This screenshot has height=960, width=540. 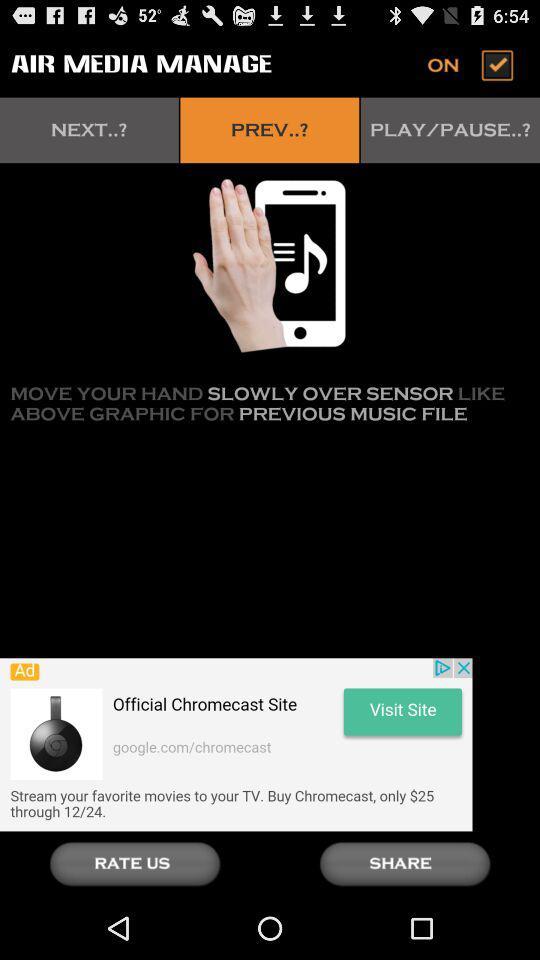 What do you see at coordinates (472, 64) in the screenshot?
I see `switch on or off button` at bounding box center [472, 64].